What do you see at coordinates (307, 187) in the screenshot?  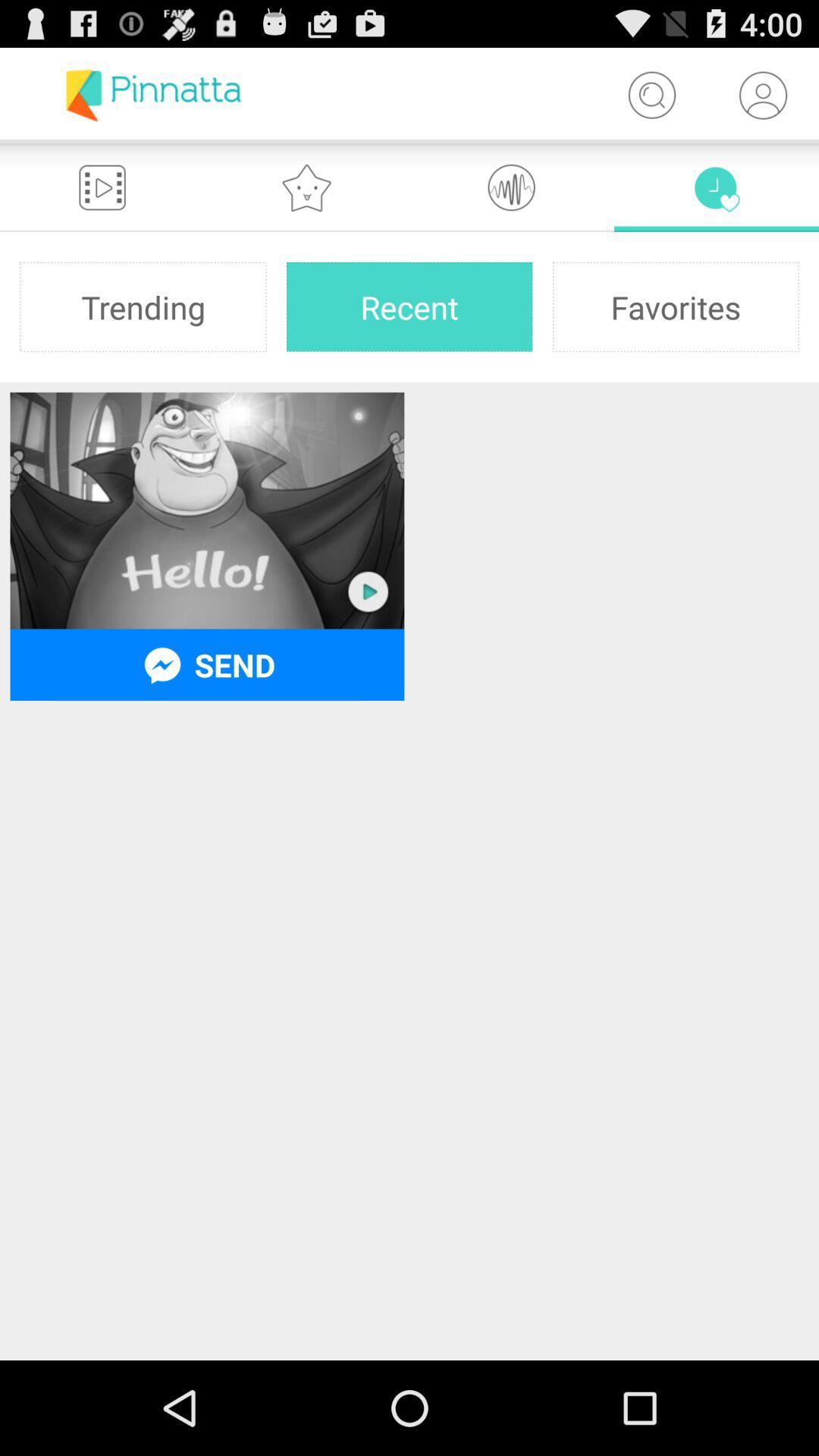 I see `the second icon from top left` at bounding box center [307, 187].